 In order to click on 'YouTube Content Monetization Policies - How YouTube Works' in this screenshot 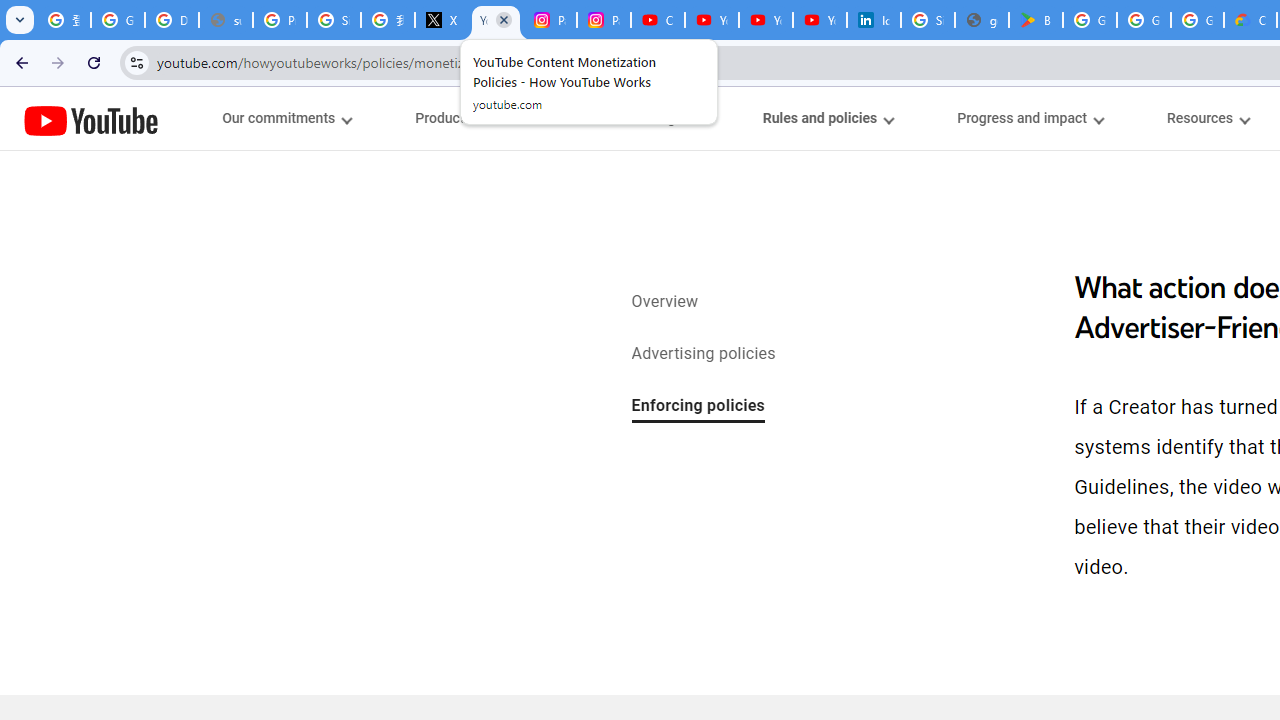, I will do `click(496, 20)`.